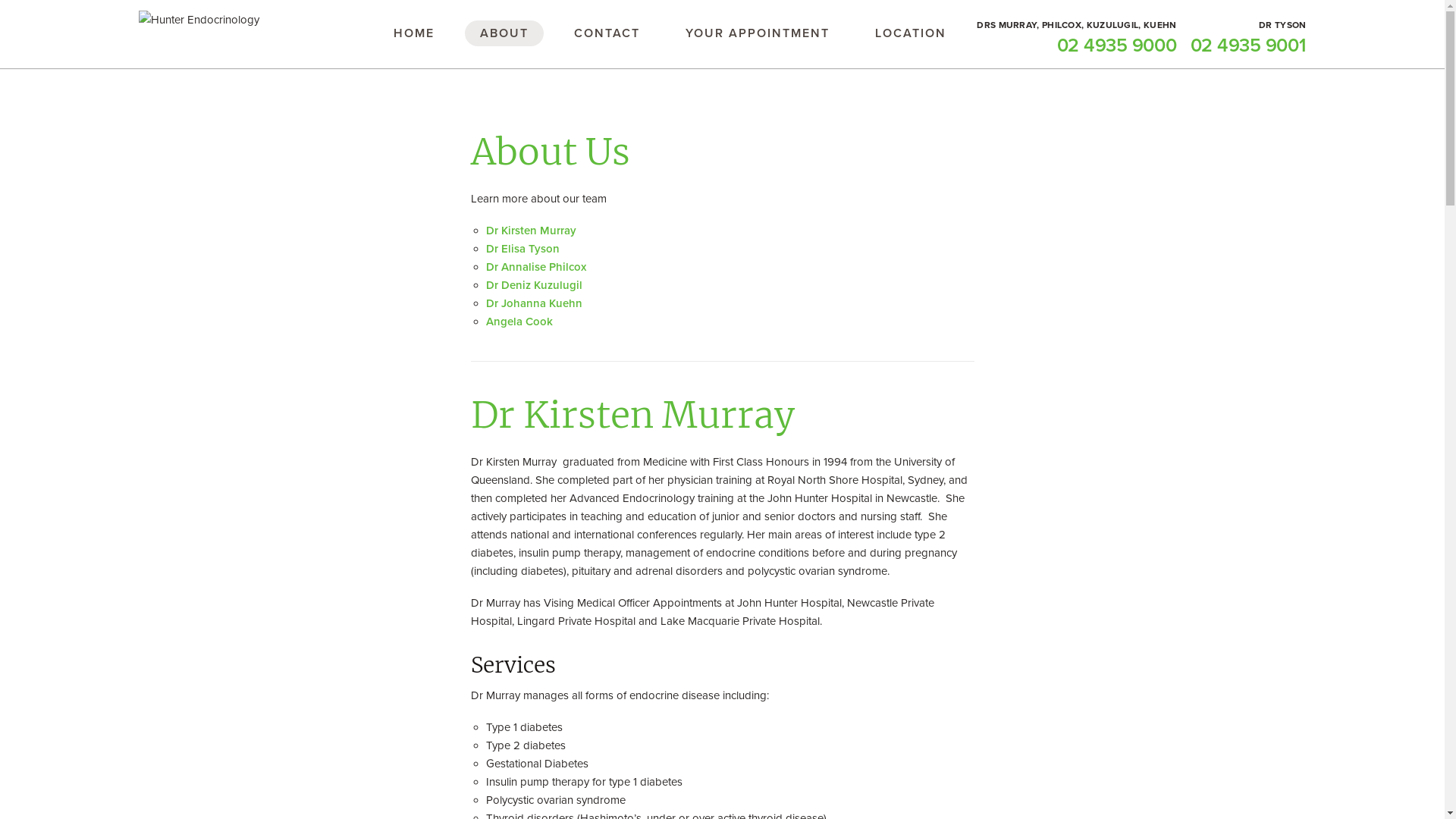  What do you see at coordinates (1189, 37) in the screenshot?
I see `'DR TYSON` at bounding box center [1189, 37].